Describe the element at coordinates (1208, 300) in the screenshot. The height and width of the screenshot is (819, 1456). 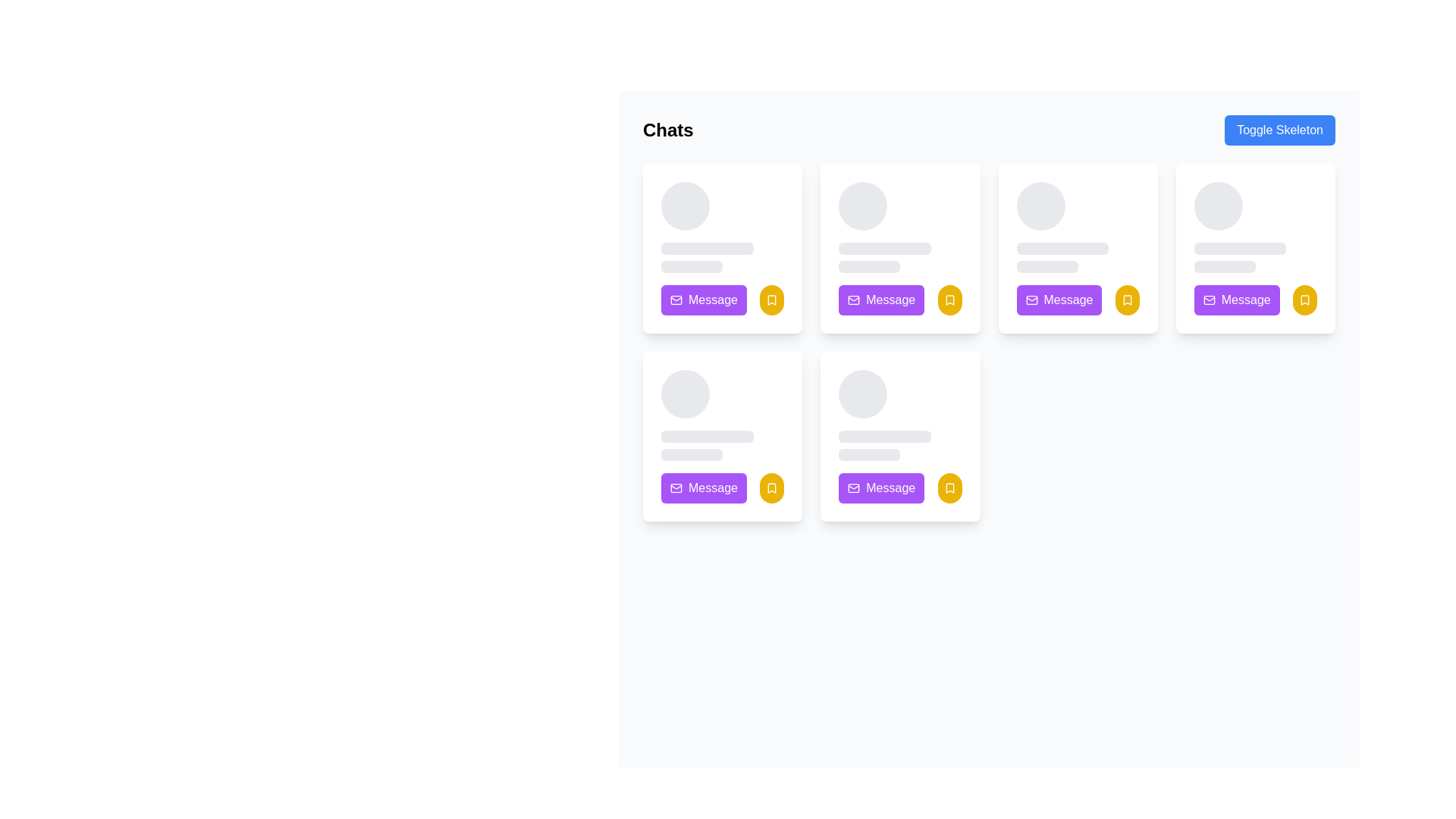
I see `mail envelope icon represented as an SVG Vector Graphic Component, located in the third user card on the top row of the grid` at that location.